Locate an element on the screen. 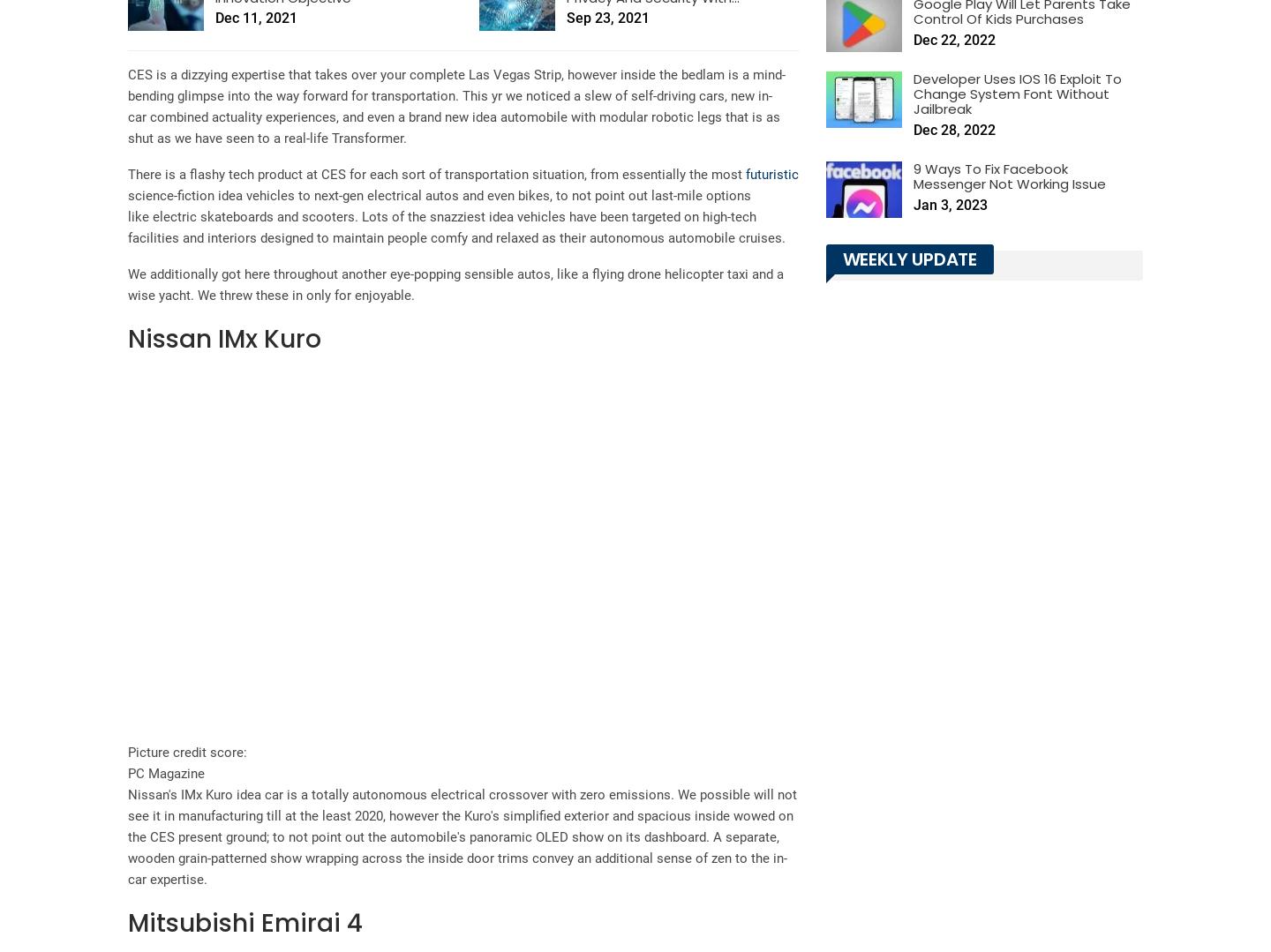 The height and width of the screenshot is (952, 1271). 'Dec 28, 2022' is located at coordinates (913, 129).